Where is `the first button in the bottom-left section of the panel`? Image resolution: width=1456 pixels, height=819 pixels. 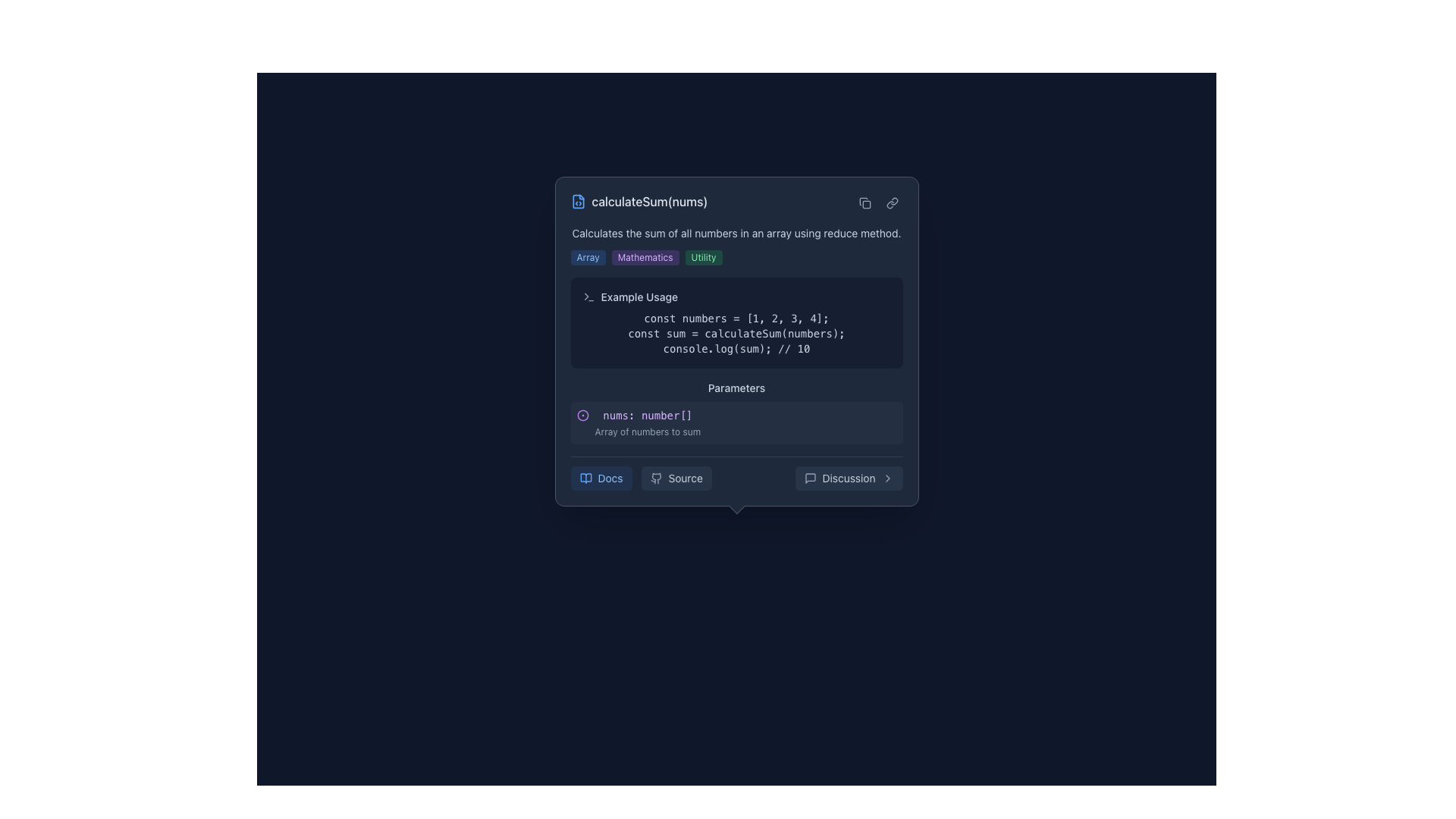 the first button in the bottom-left section of the panel is located at coordinates (600, 479).